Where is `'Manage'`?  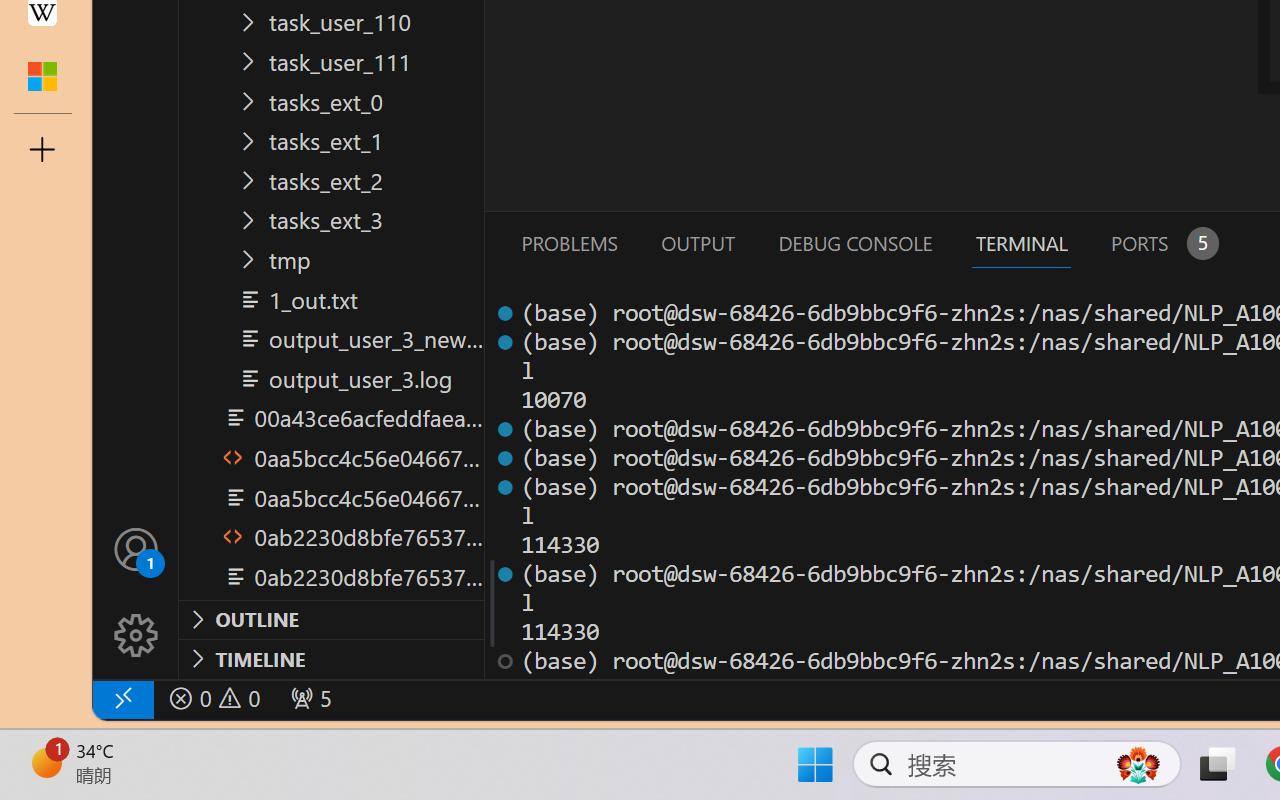 'Manage' is located at coordinates (134, 591).